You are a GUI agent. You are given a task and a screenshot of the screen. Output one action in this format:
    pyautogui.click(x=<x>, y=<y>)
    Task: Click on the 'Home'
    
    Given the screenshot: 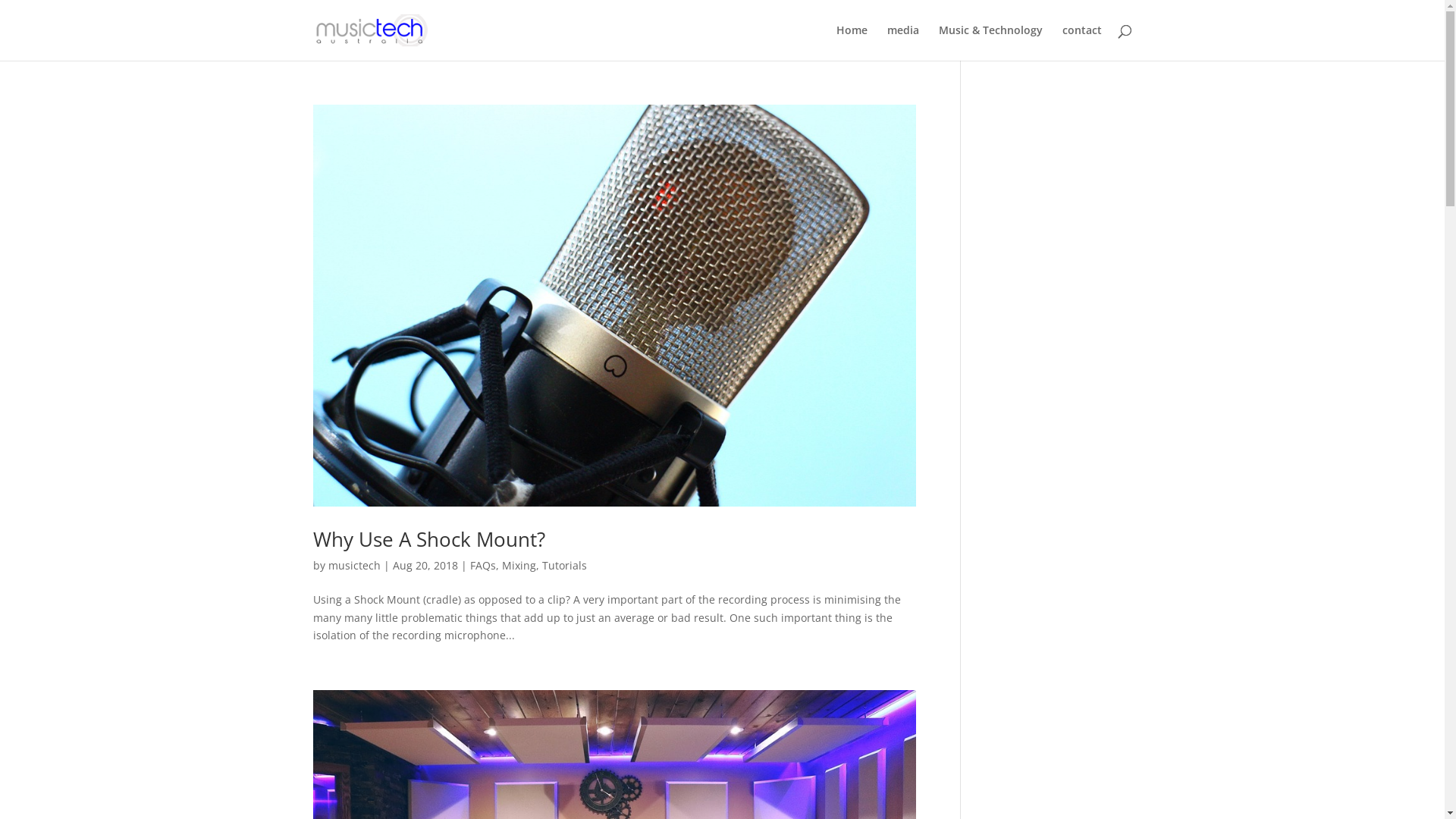 What is the action you would take?
    pyautogui.click(x=851, y=42)
    